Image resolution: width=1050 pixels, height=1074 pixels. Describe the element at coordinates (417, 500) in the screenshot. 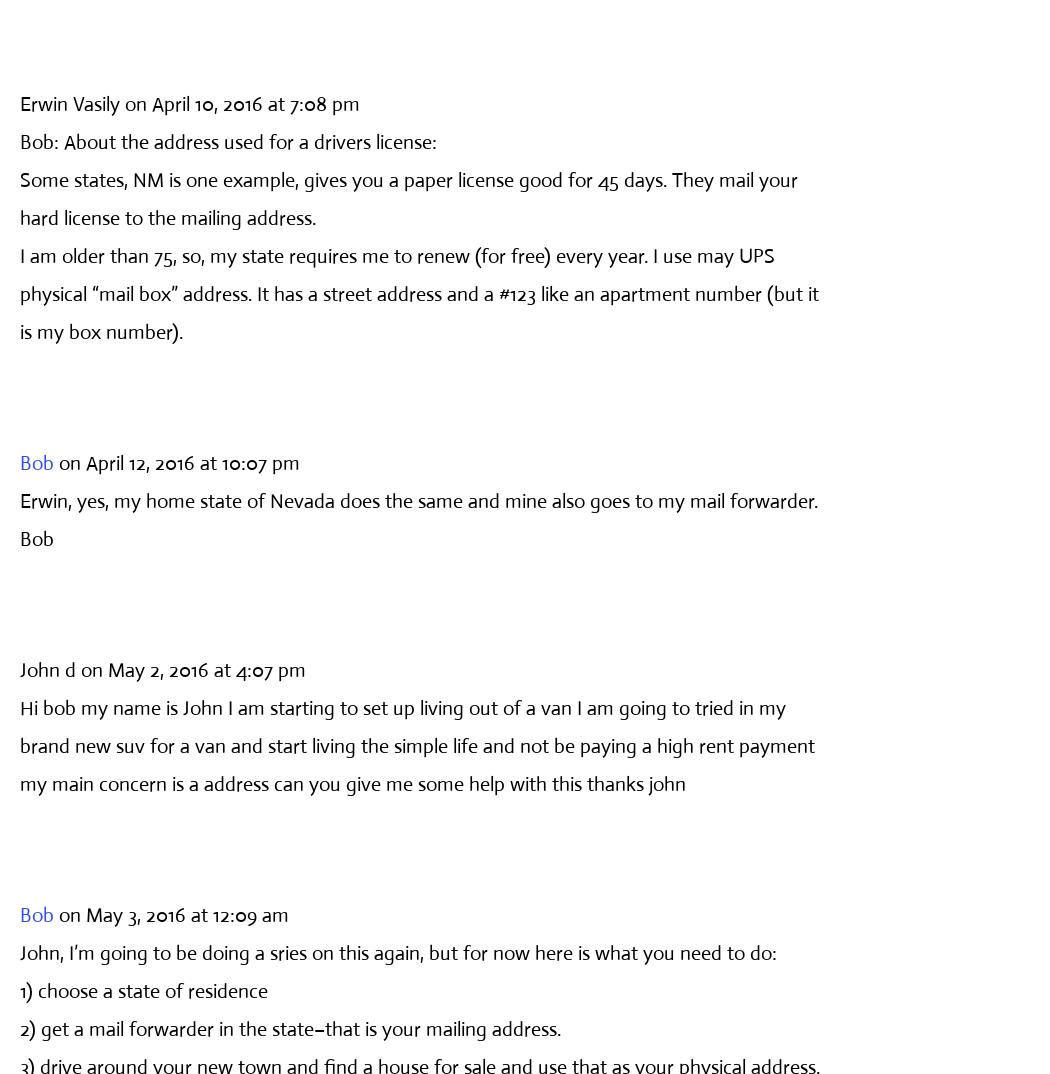

I see `'Erwin, yes, my home state of Nevada does the same and mine also goes to my mail forwarder.'` at that location.